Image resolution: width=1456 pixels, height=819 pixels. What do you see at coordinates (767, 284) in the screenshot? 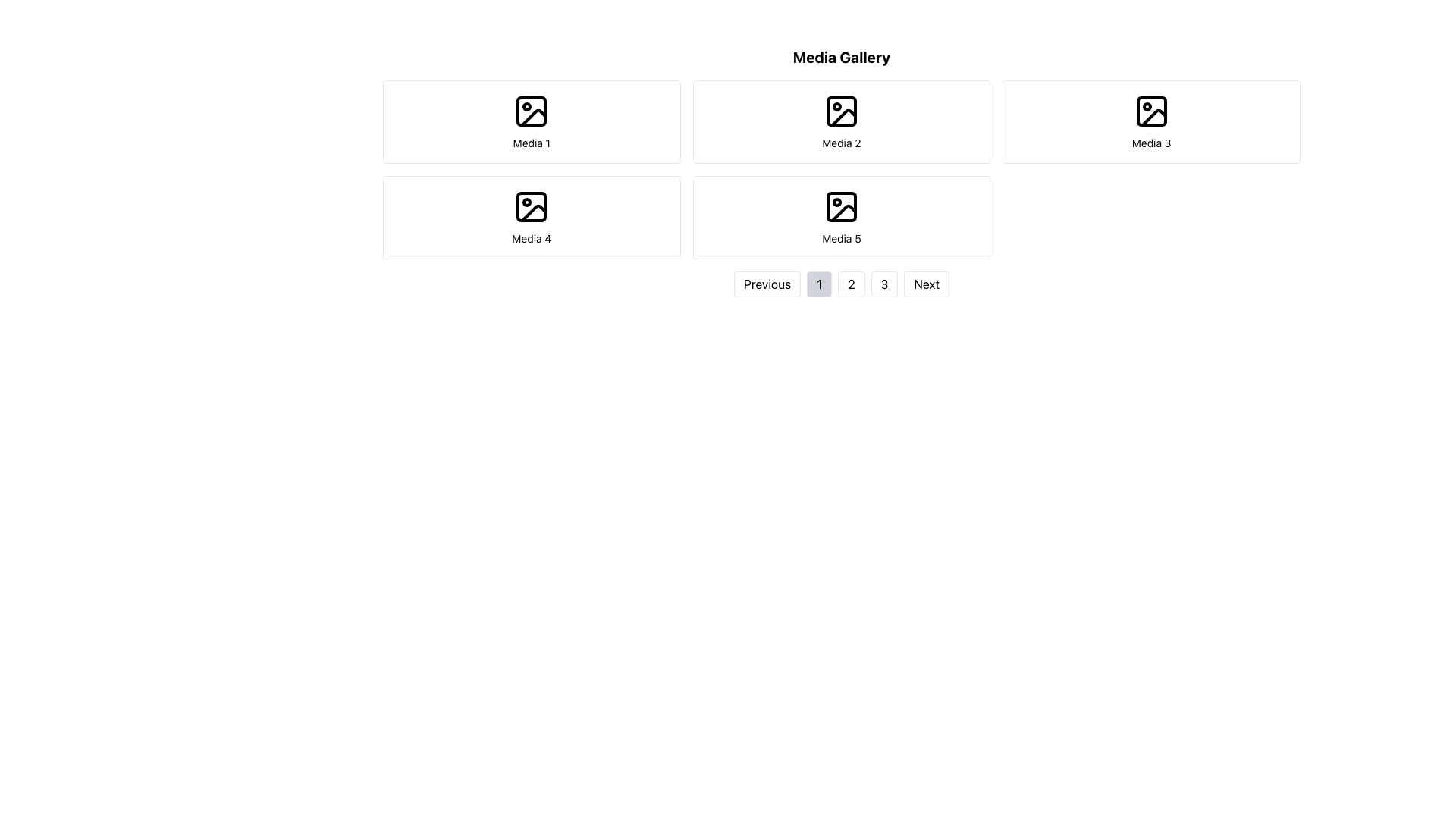
I see `the 'Previous' button, which is a rectangular button with rounded corners, displaying the text 'Previous' in black on a white background, located at the bottom center of the interface` at bounding box center [767, 284].